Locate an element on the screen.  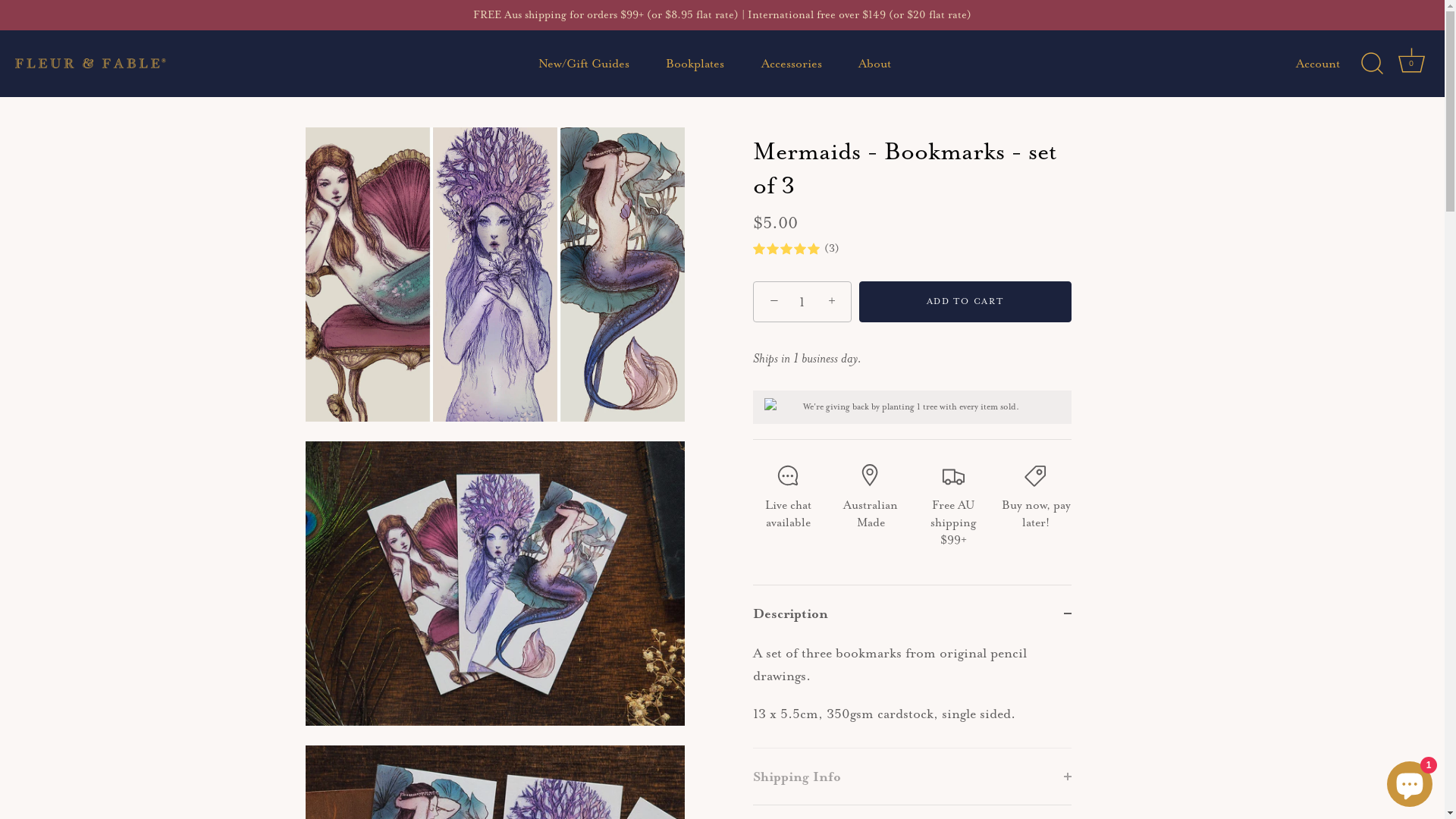
'Shopify online store chat' is located at coordinates (1408, 780).